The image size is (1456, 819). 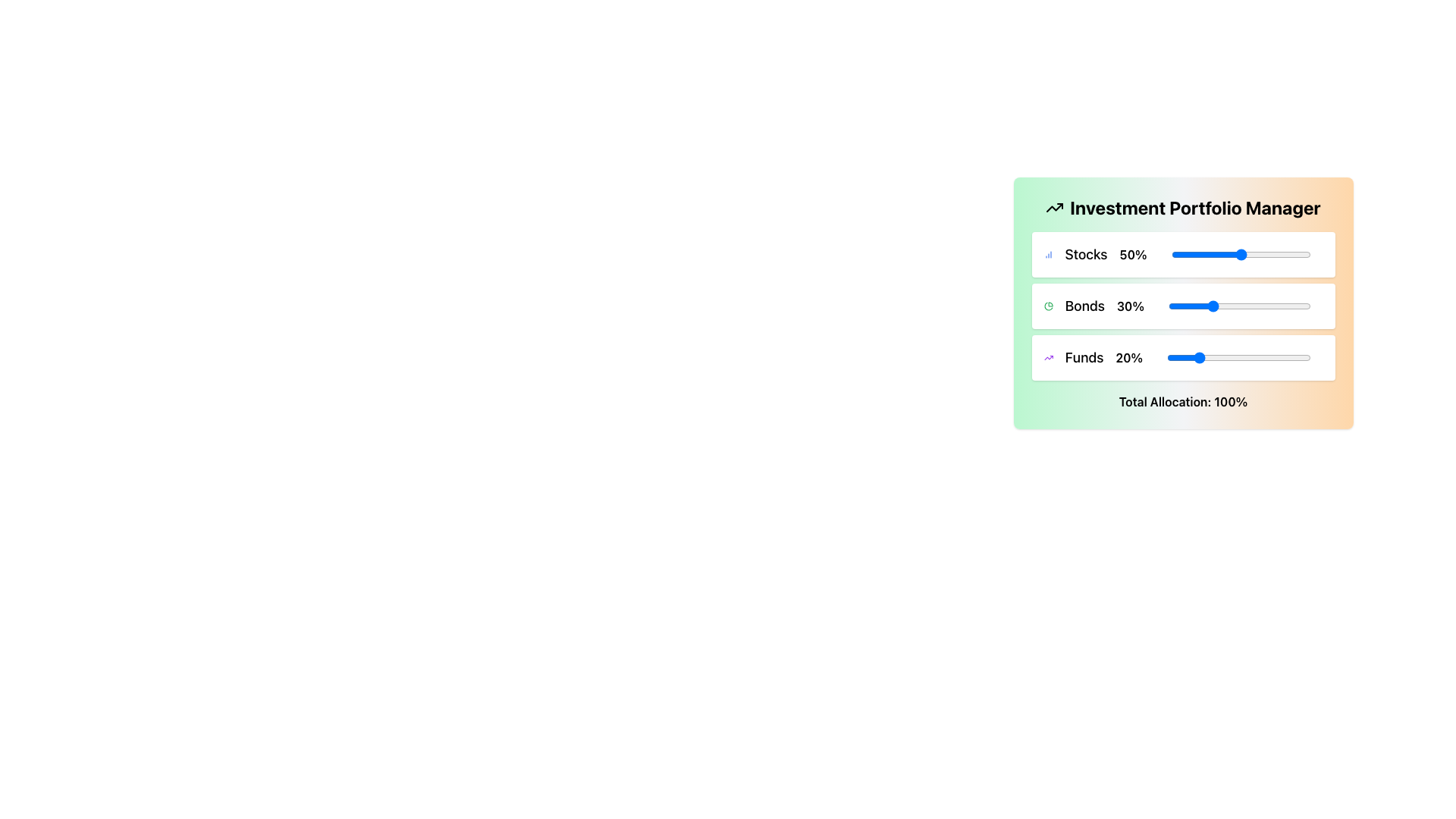 I want to click on the 'Funds' allocation, so click(x=1233, y=357).